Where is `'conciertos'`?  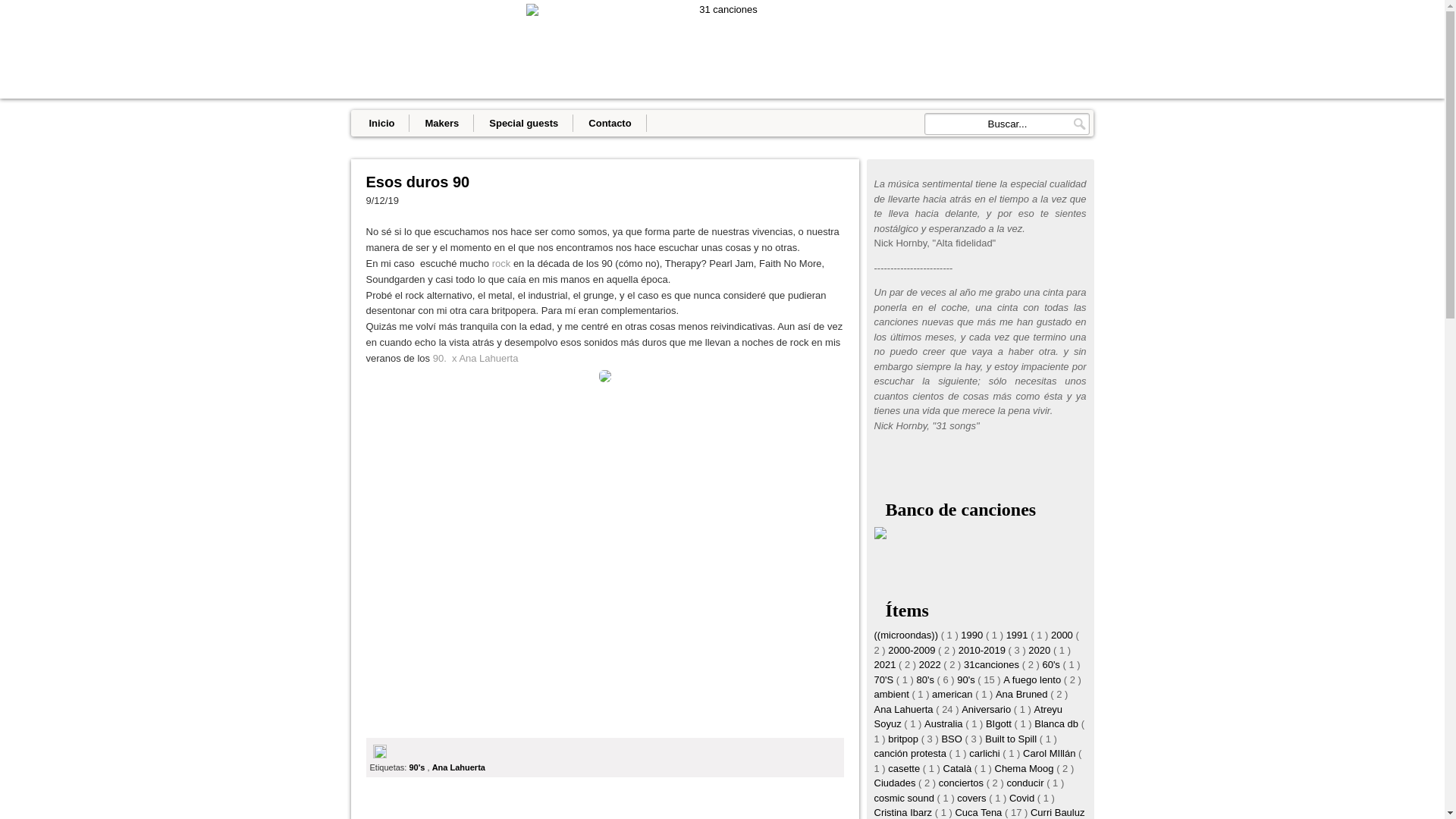
'conciertos' is located at coordinates (962, 783).